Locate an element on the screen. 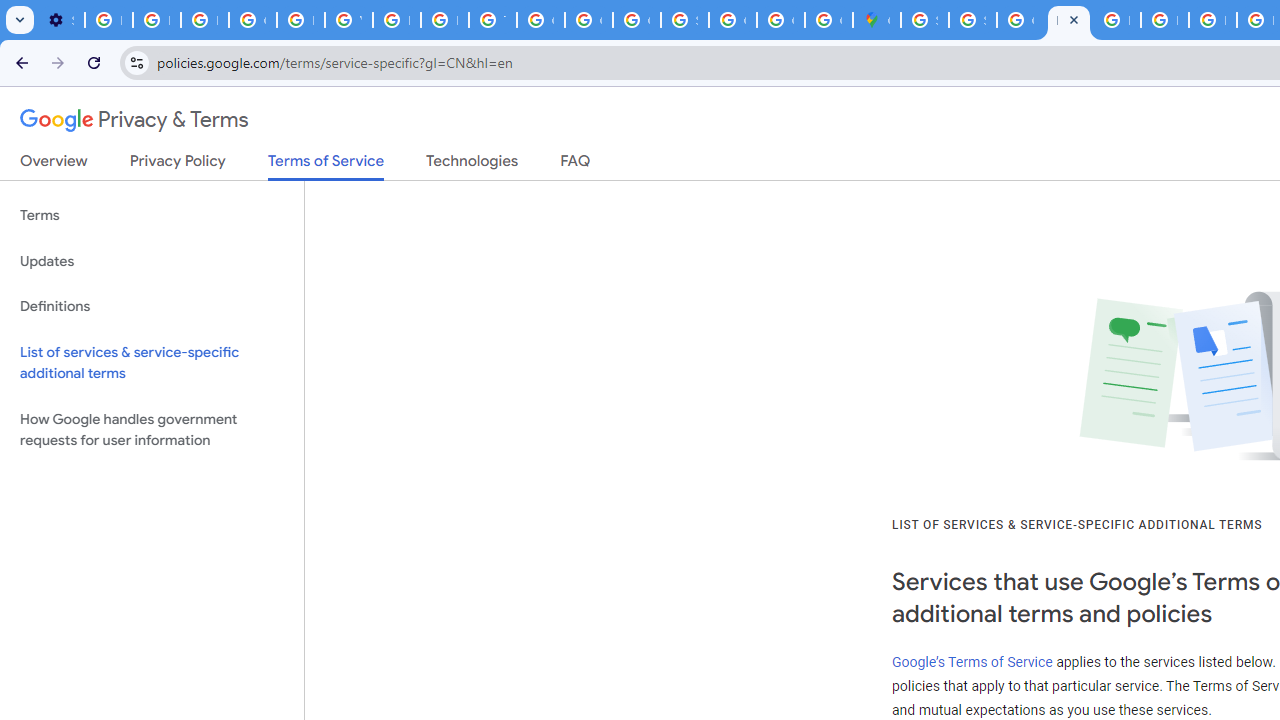 The width and height of the screenshot is (1280, 720). 'Blogger Policies and Guidelines - Transparency Center' is located at coordinates (1115, 20).